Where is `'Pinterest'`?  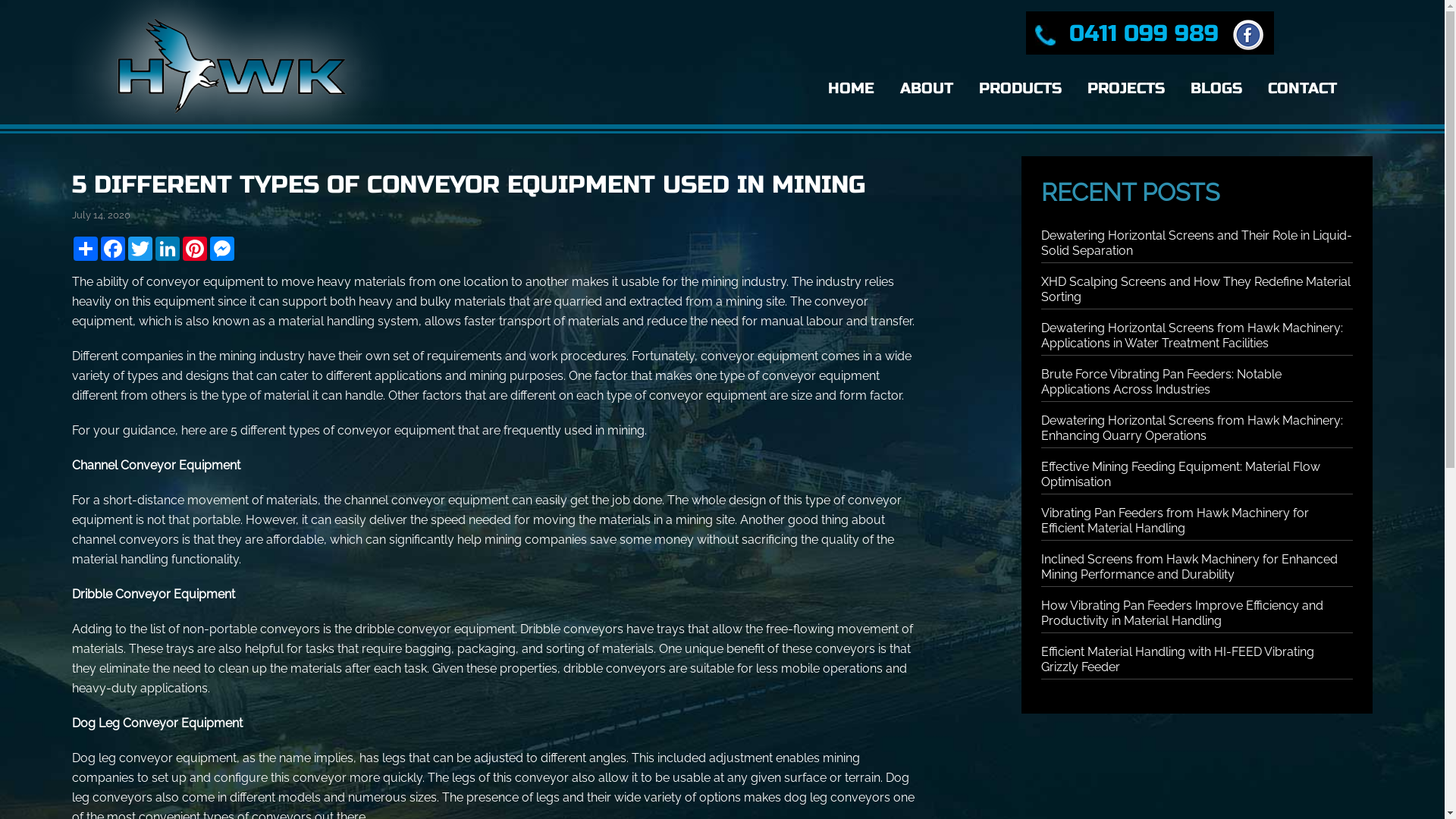
'Pinterest' is located at coordinates (181, 247).